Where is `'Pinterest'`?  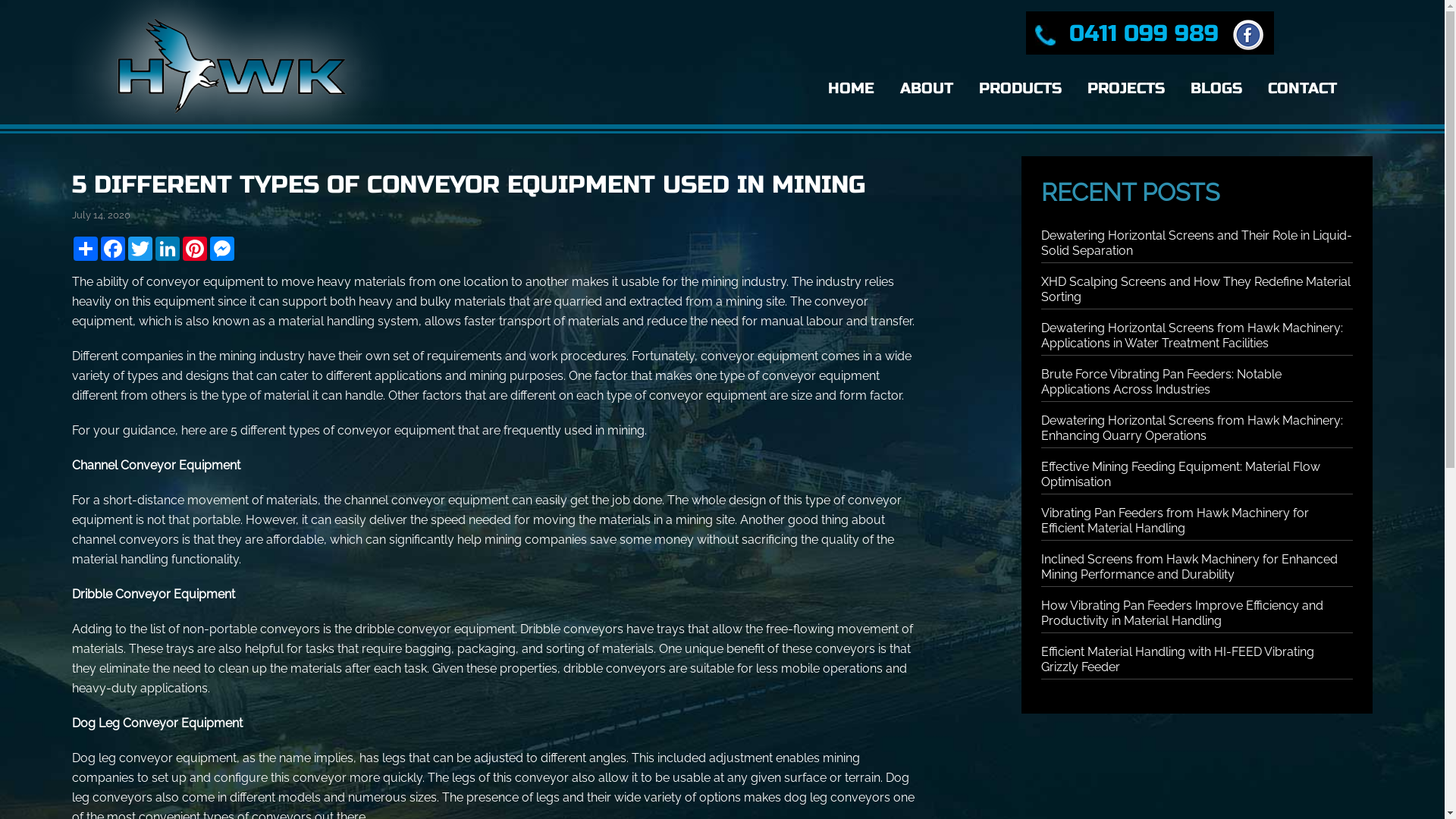
'Pinterest' is located at coordinates (181, 247).